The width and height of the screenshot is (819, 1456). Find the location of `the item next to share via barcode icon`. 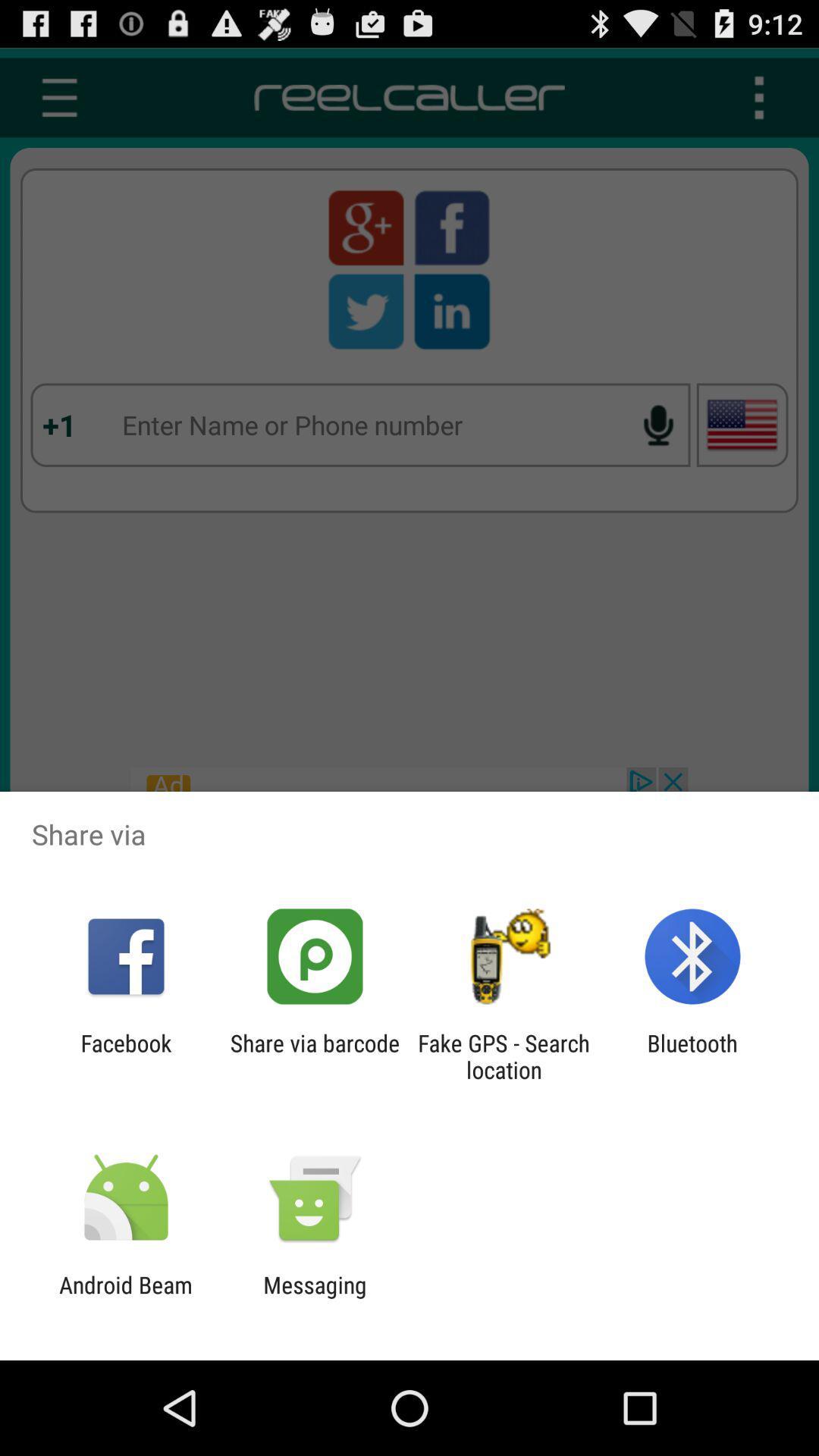

the item next to share via barcode icon is located at coordinates (125, 1056).